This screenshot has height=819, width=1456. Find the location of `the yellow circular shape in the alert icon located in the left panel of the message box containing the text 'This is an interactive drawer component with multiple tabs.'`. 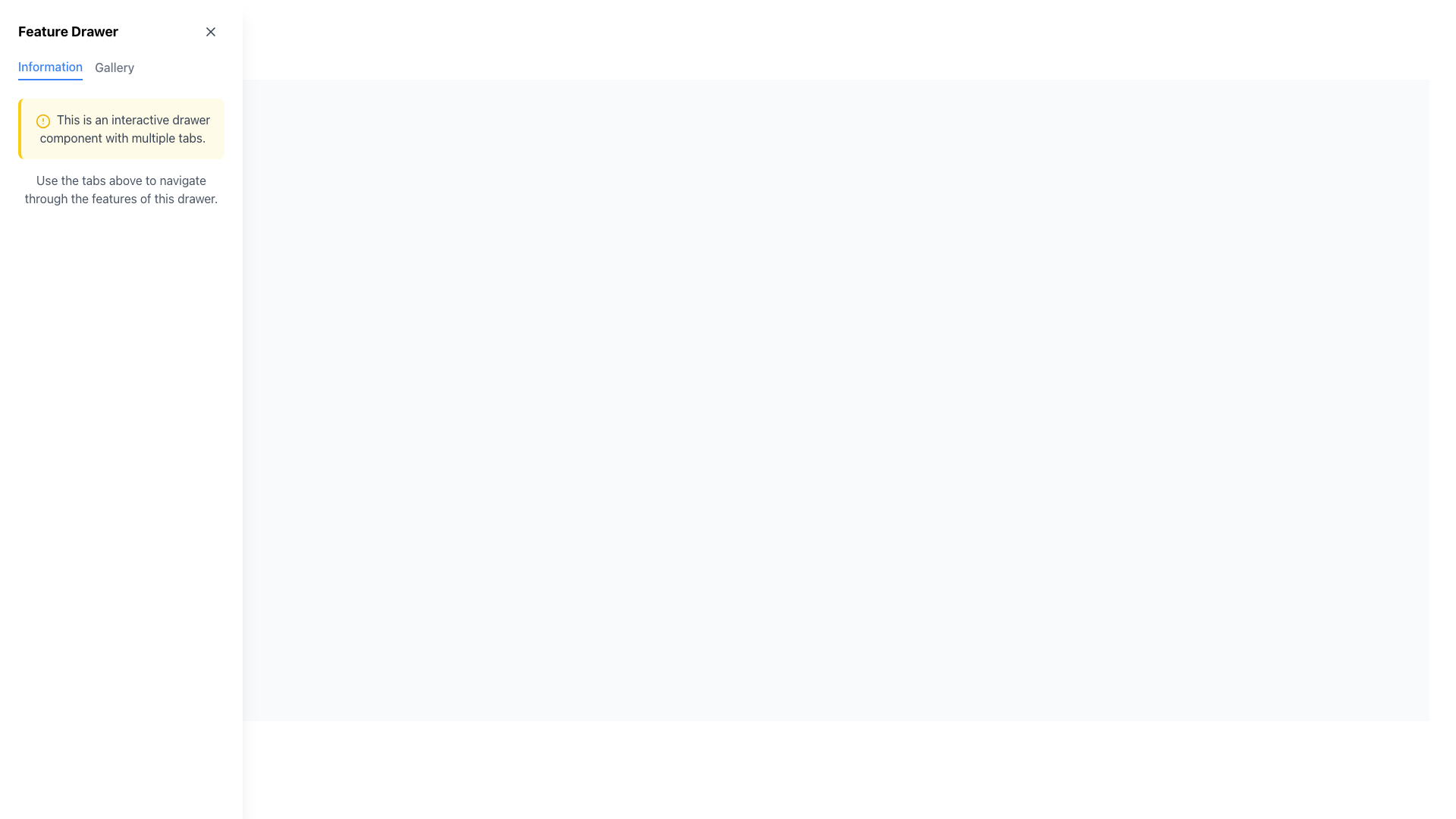

the yellow circular shape in the alert icon located in the left panel of the message box containing the text 'This is an interactive drawer component with multiple tabs.' is located at coordinates (42, 120).